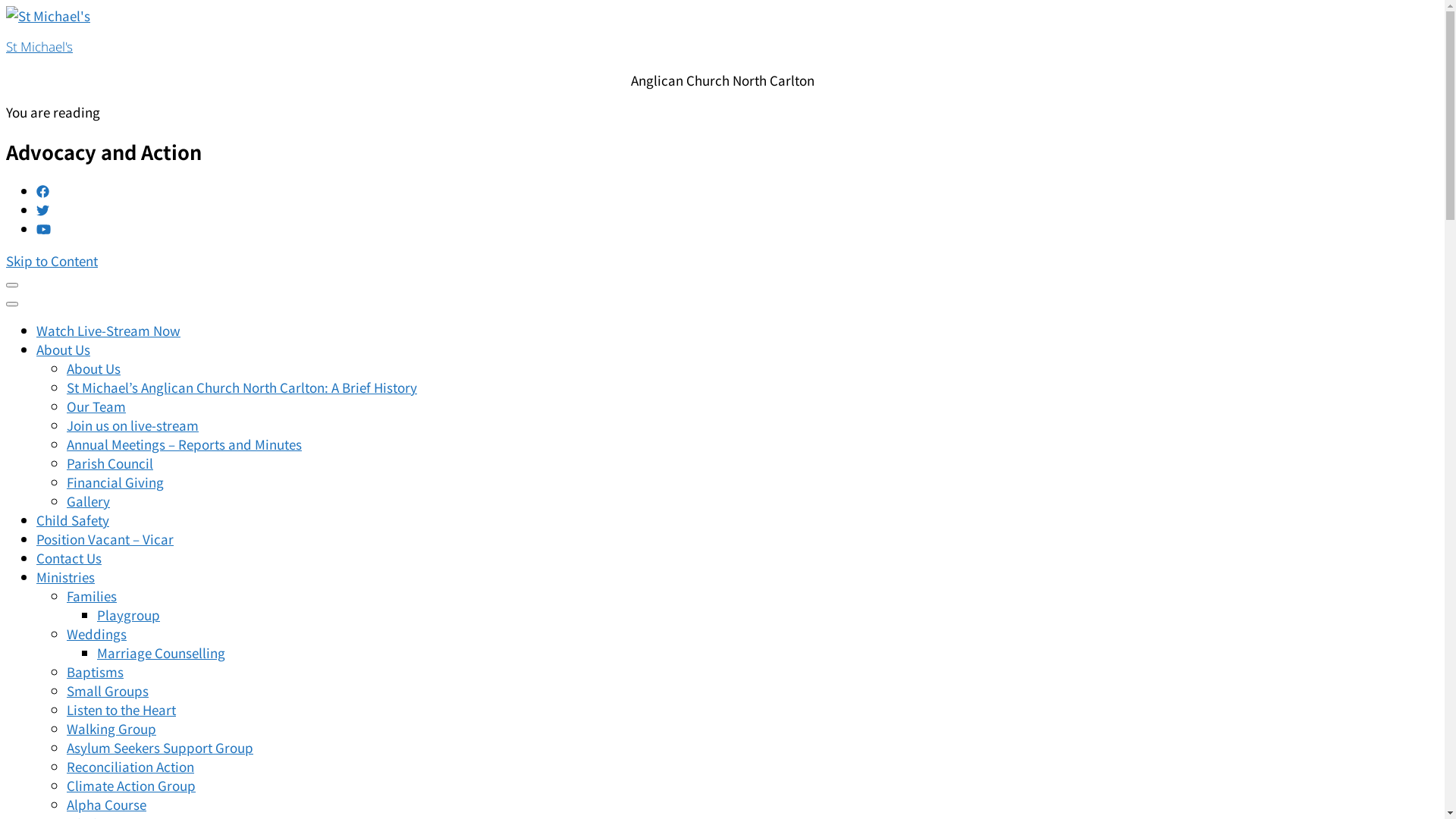 Image resolution: width=1456 pixels, height=819 pixels. What do you see at coordinates (108, 462) in the screenshot?
I see `'Parish Council'` at bounding box center [108, 462].